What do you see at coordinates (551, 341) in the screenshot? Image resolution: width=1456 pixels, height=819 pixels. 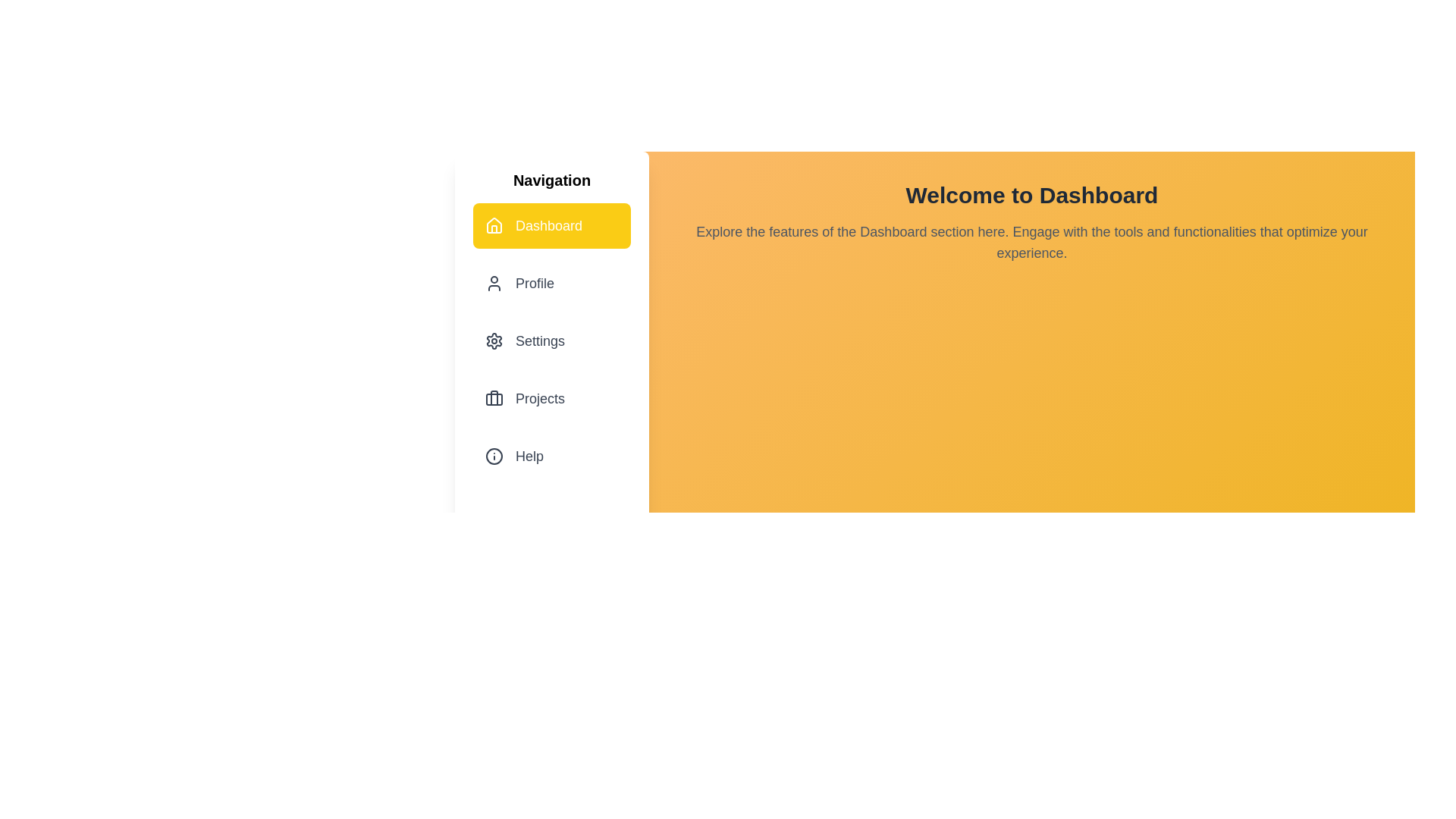 I see `the menu item corresponding to Settings` at bounding box center [551, 341].